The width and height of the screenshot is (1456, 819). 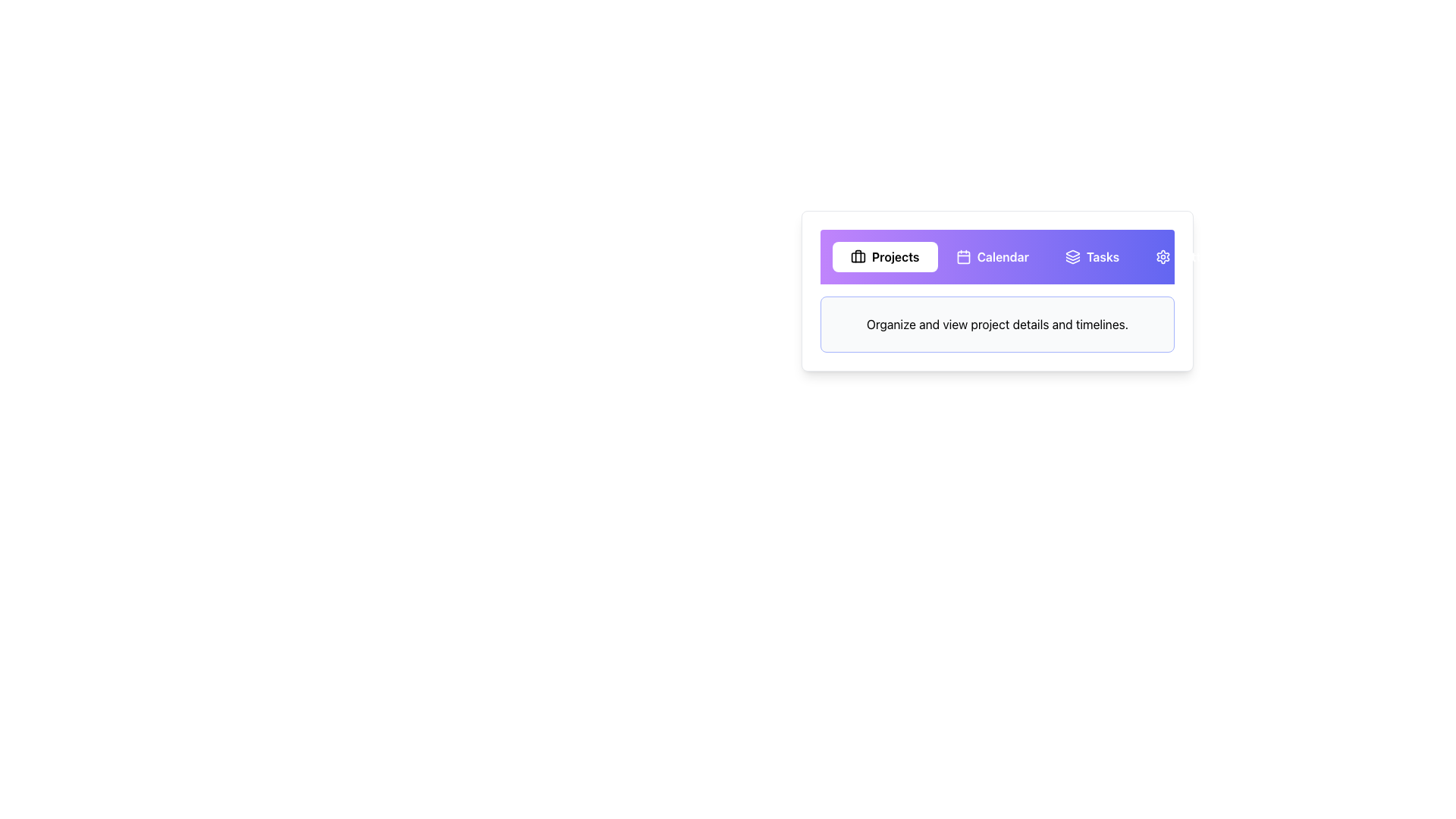 I want to click on the calendar icon, which is a minimalist outline style icon with a square base and rounded corners, located in the second option group labeled 'Calendar', so click(x=962, y=256).